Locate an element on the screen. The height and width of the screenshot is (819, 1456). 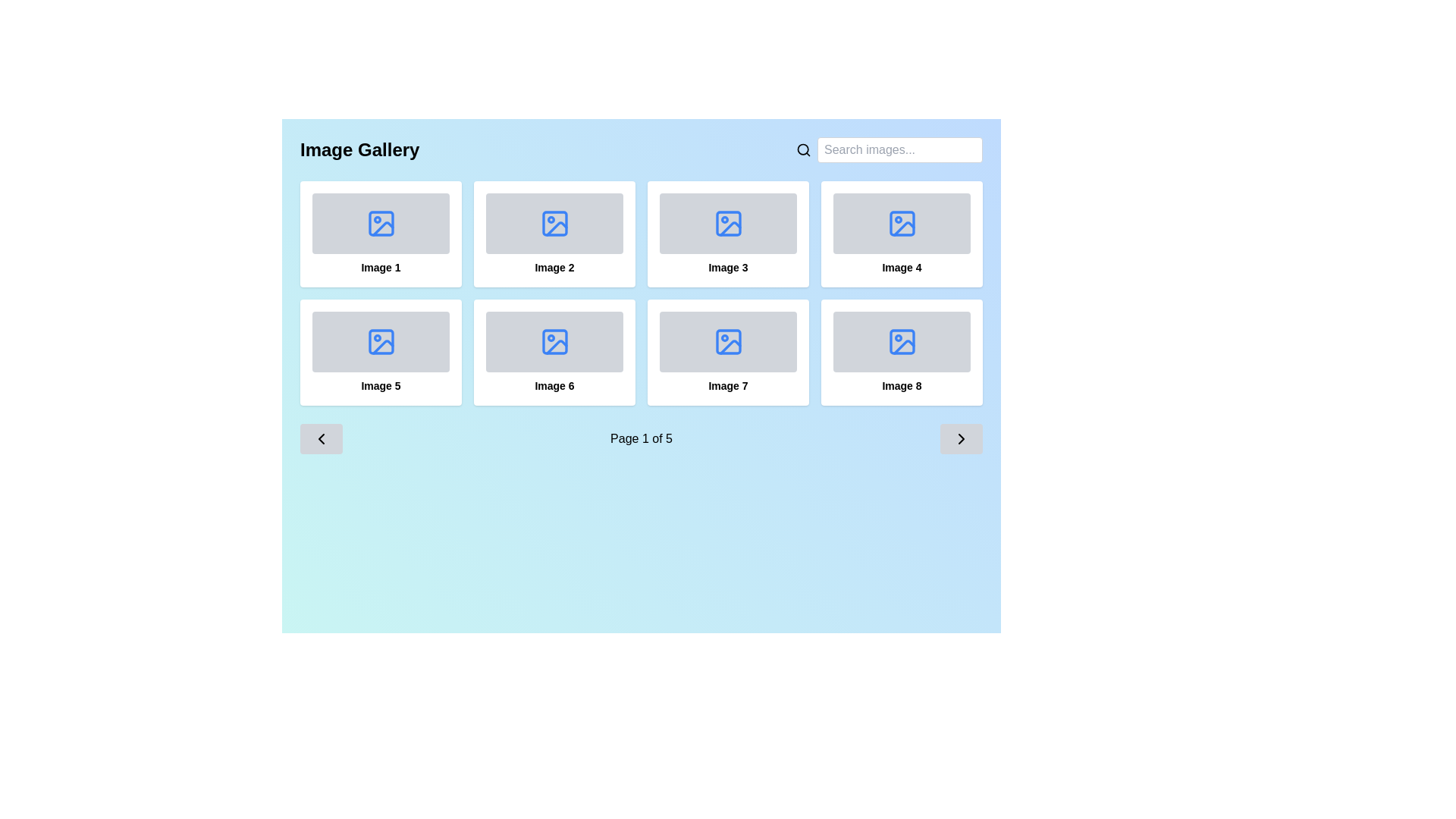
the 'previous' button icon located at the bottom-left corner of the gallery interface is located at coordinates (320, 438).